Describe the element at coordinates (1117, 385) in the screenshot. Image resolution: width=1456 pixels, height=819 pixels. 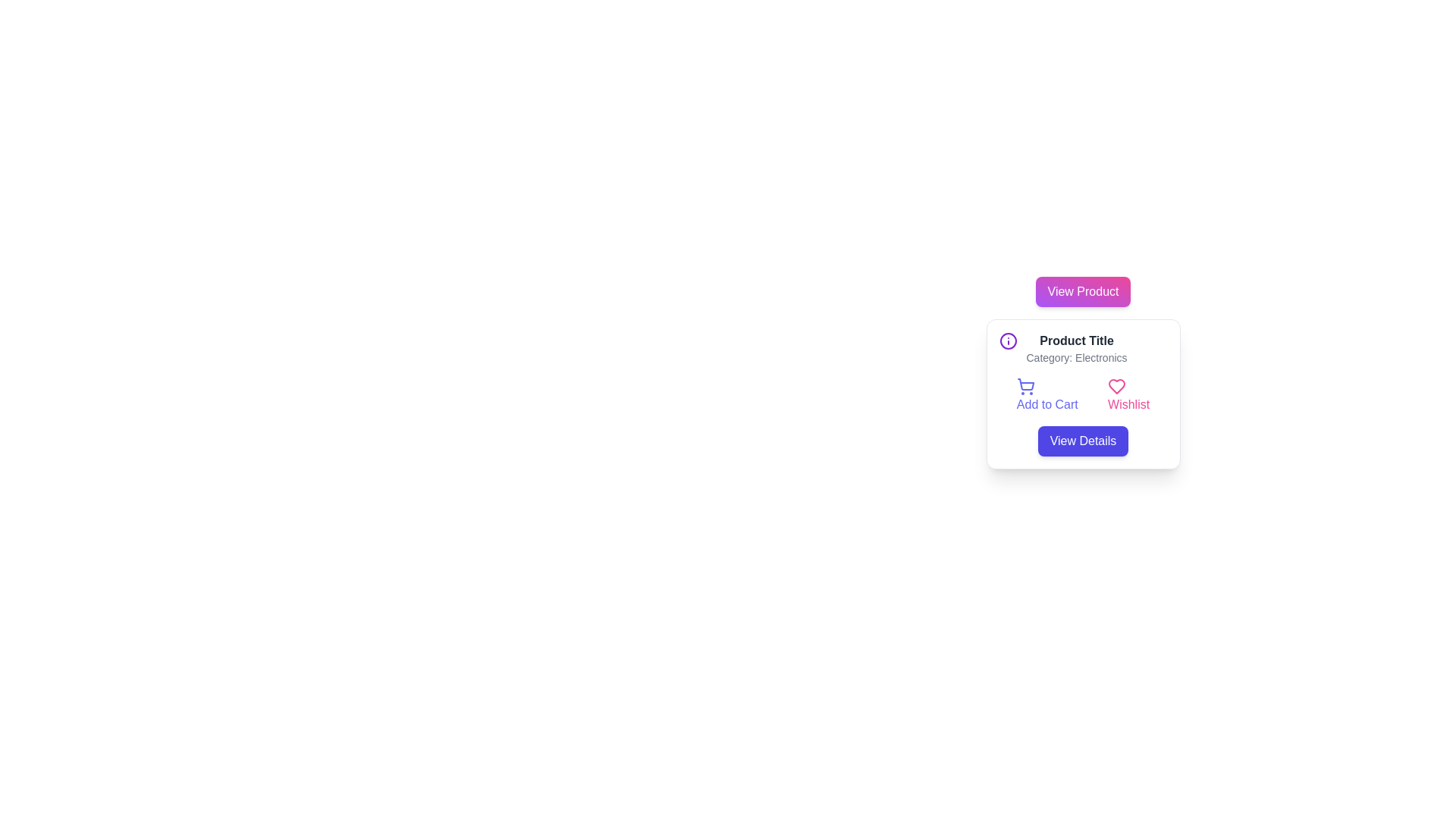
I see `the pink heart icon that is positioned to the left of the 'Wishlist' label within the product card UI` at that location.